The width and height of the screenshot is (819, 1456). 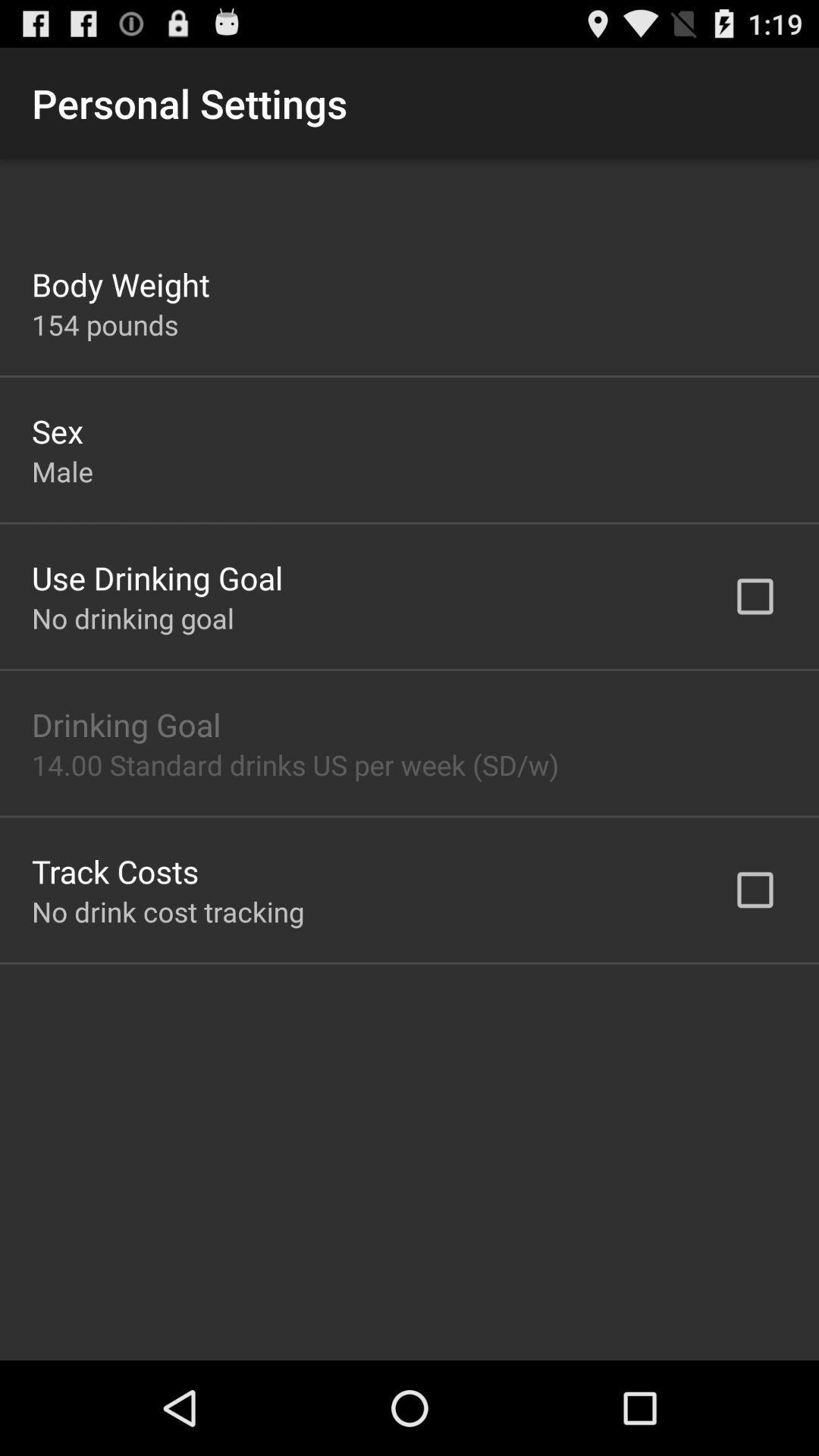 I want to click on the app below the body weight app, so click(x=104, y=324).